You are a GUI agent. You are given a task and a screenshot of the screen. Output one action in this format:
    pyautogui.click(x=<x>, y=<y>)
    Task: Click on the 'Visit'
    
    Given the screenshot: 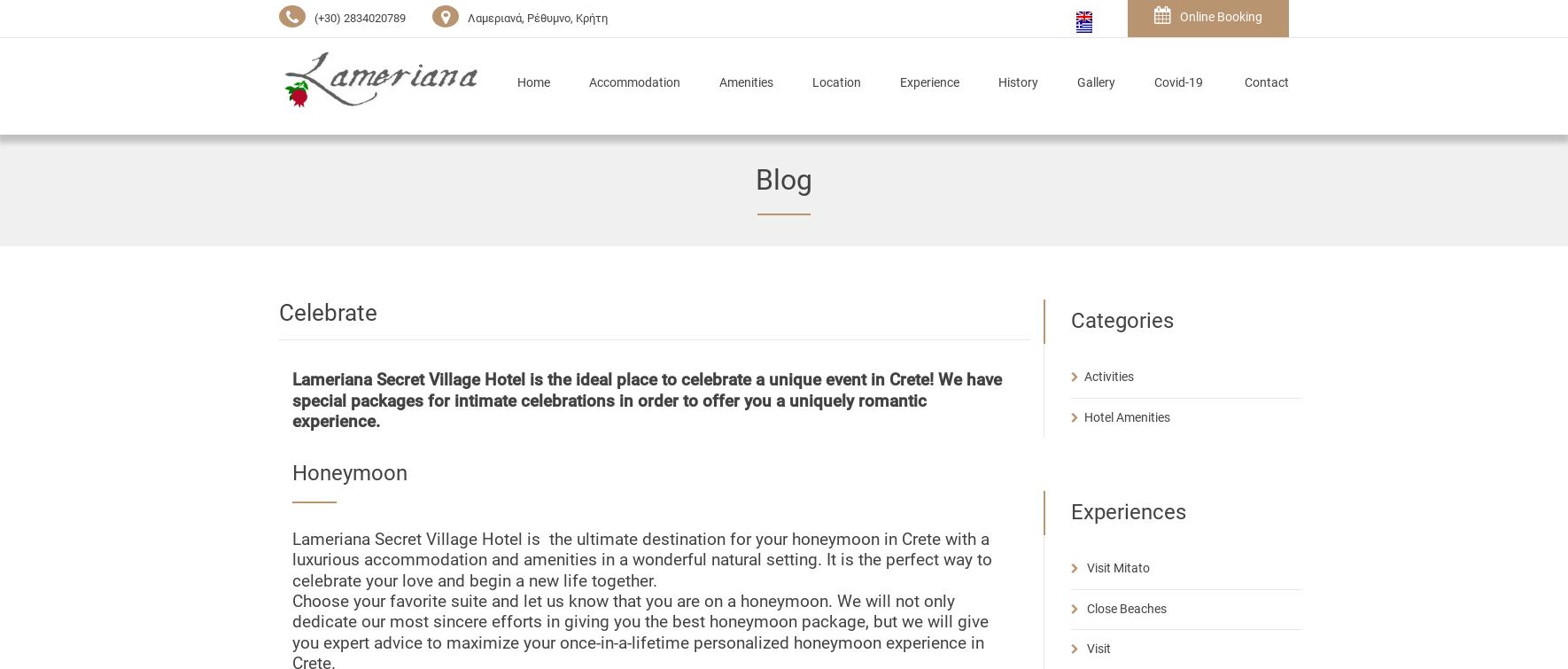 What is the action you would take?
    pyautogui.click(x=1097, y=647)
    